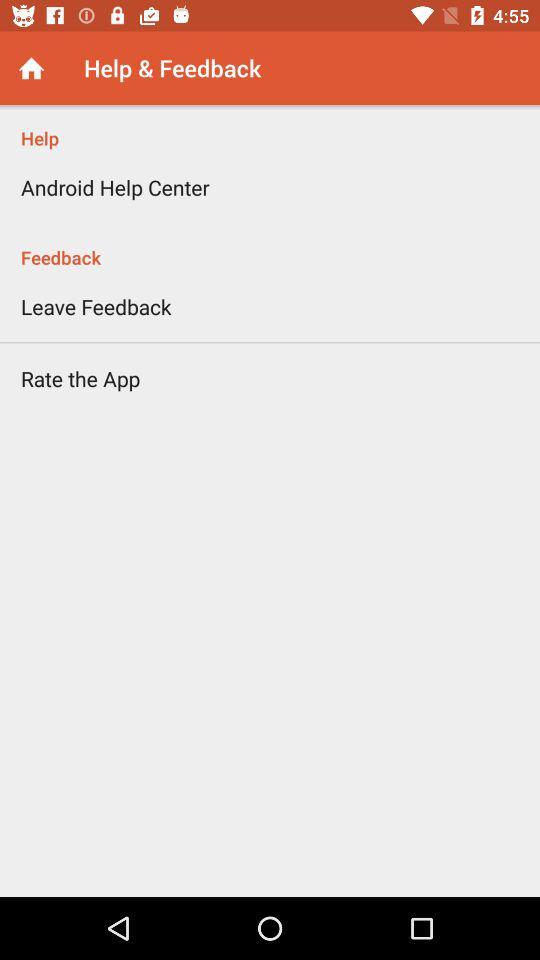  Describe the element at coordinates (95, 306) in the screenshot. I see `leave feedback` at that location.